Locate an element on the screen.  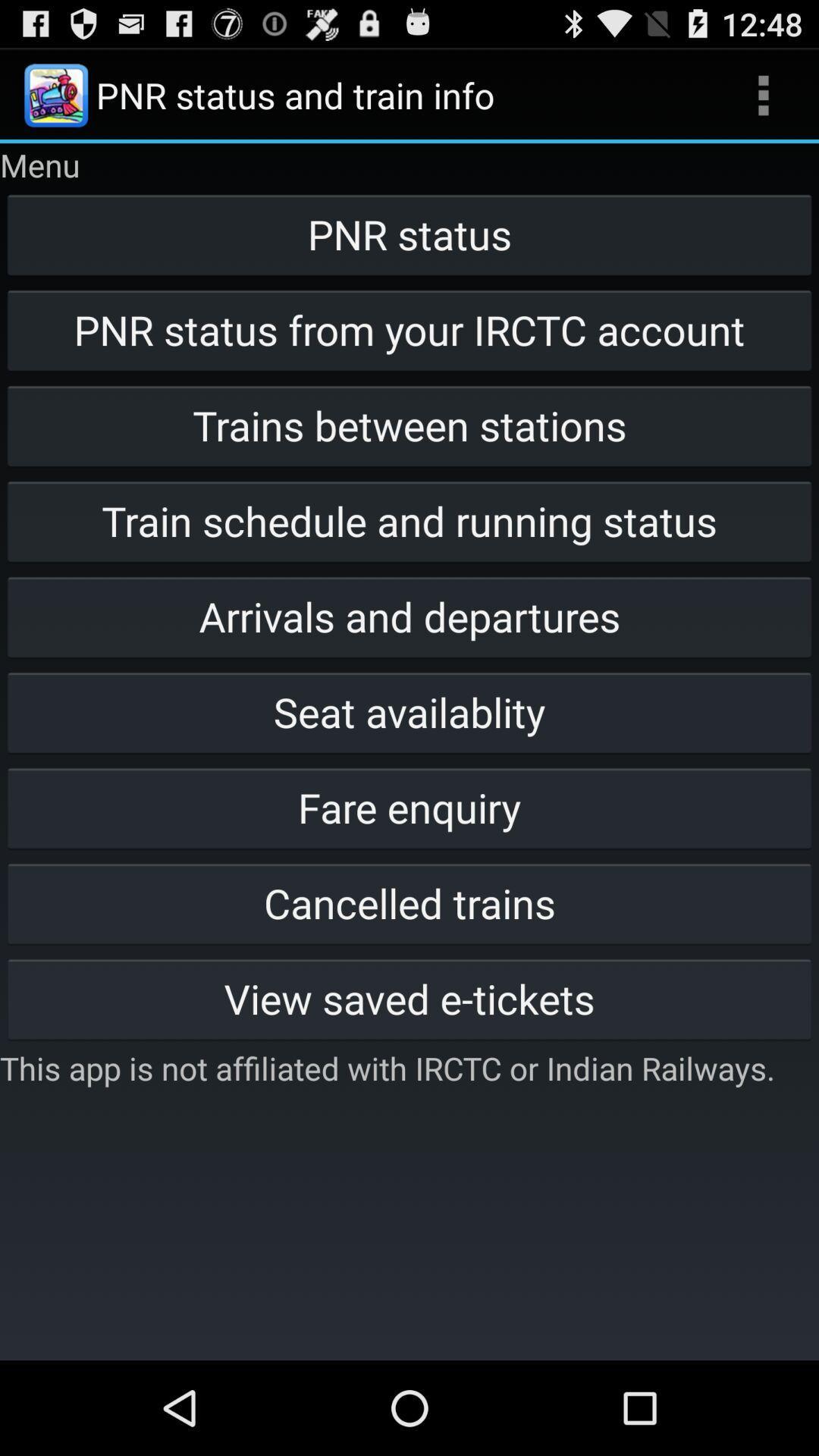
button above the seat availablity item is located at coordinates (409, 616).